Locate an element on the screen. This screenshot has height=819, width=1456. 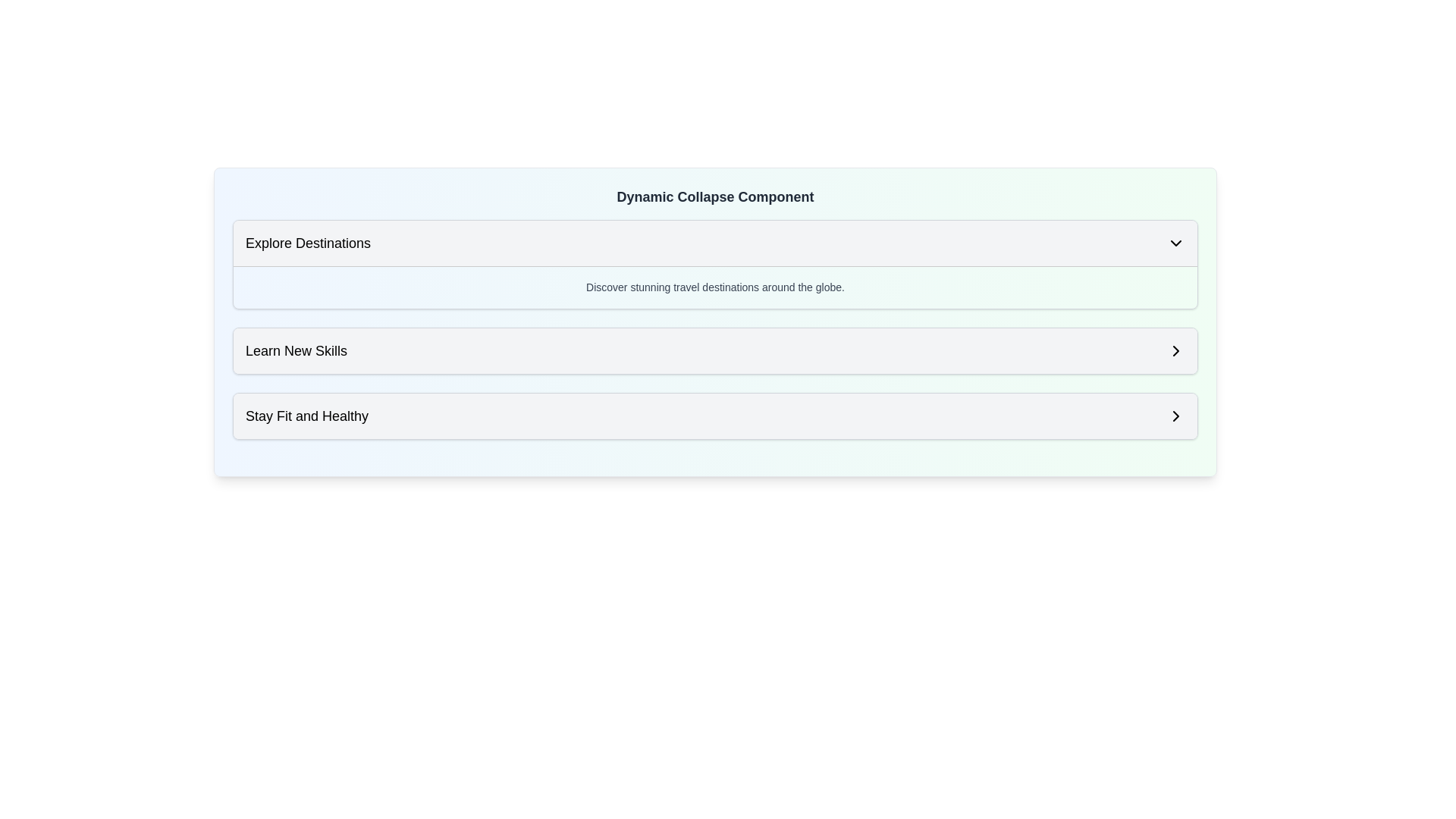
the rightward-pointing chevron icon located at the far right edge of the 'Learn New Skills' section is located at coordinates (1175, 350).